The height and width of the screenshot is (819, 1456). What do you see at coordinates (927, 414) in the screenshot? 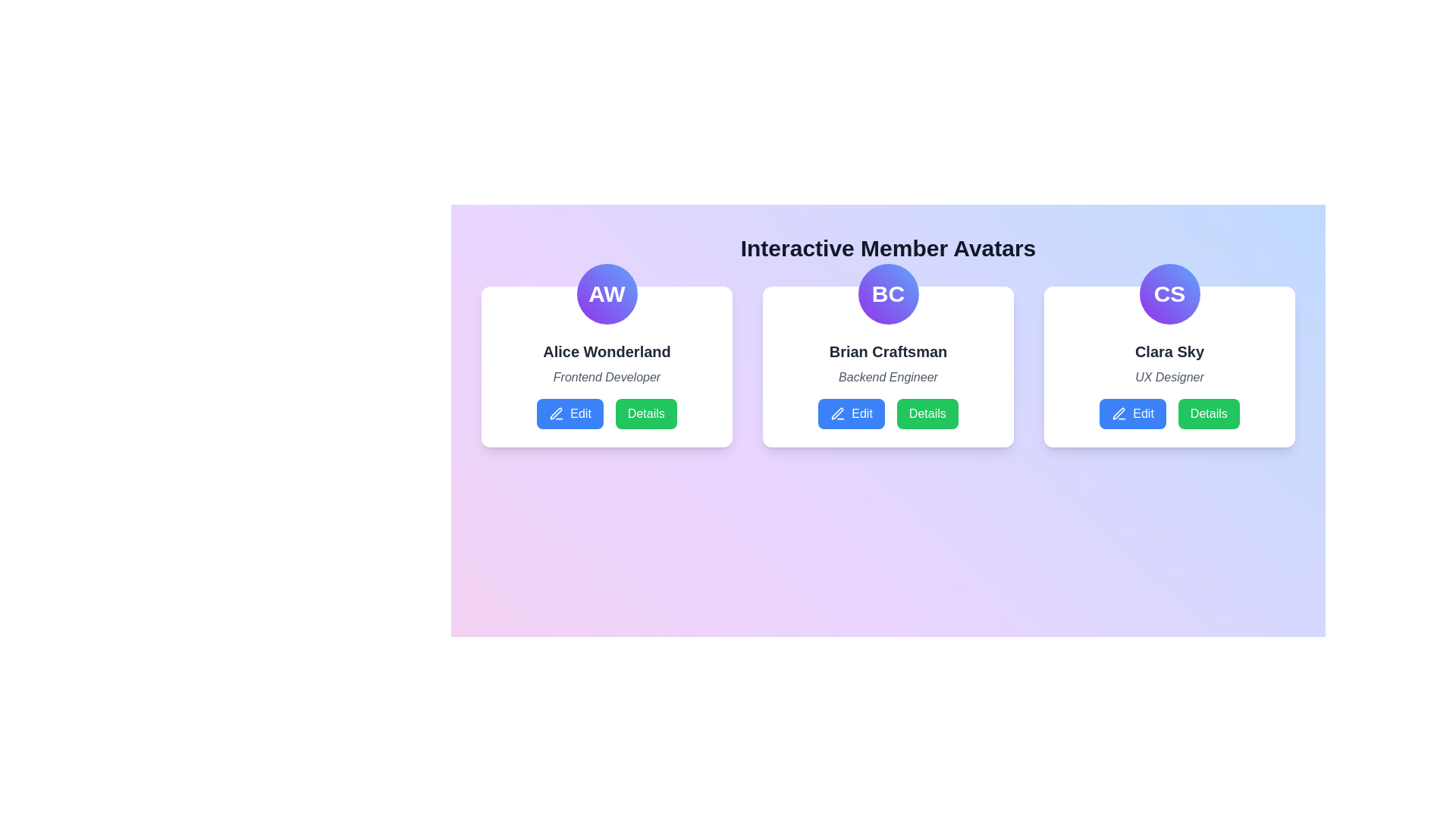
I see `the 'Details' button, which is the second button in the profile card, positioned to the right of the blue 'Edit' button, to observe its hover effects` at bounding box center [927, 414].